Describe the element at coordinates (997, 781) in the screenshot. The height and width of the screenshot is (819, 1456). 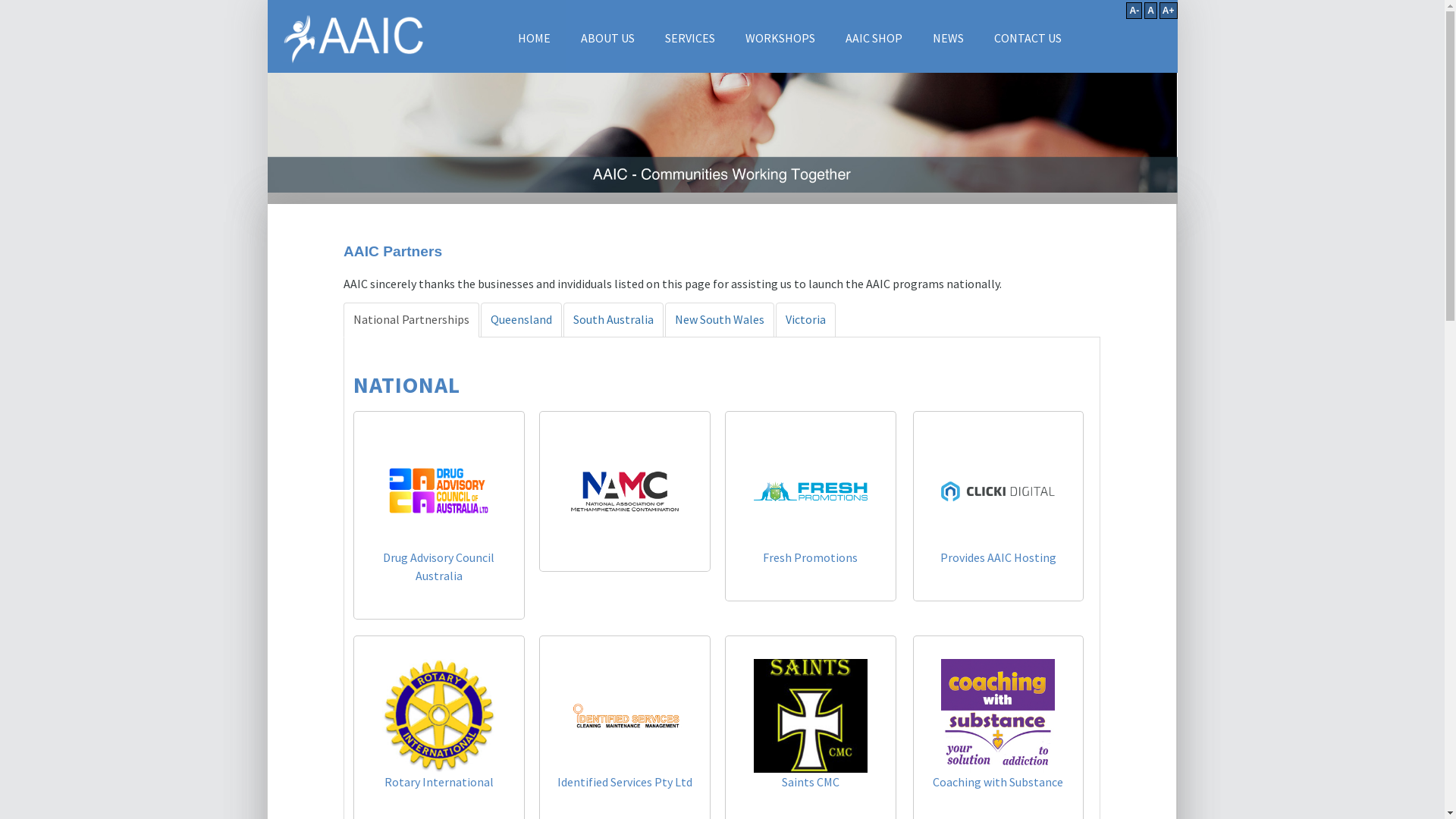
I see `'Coaching with Substance'` at that location.